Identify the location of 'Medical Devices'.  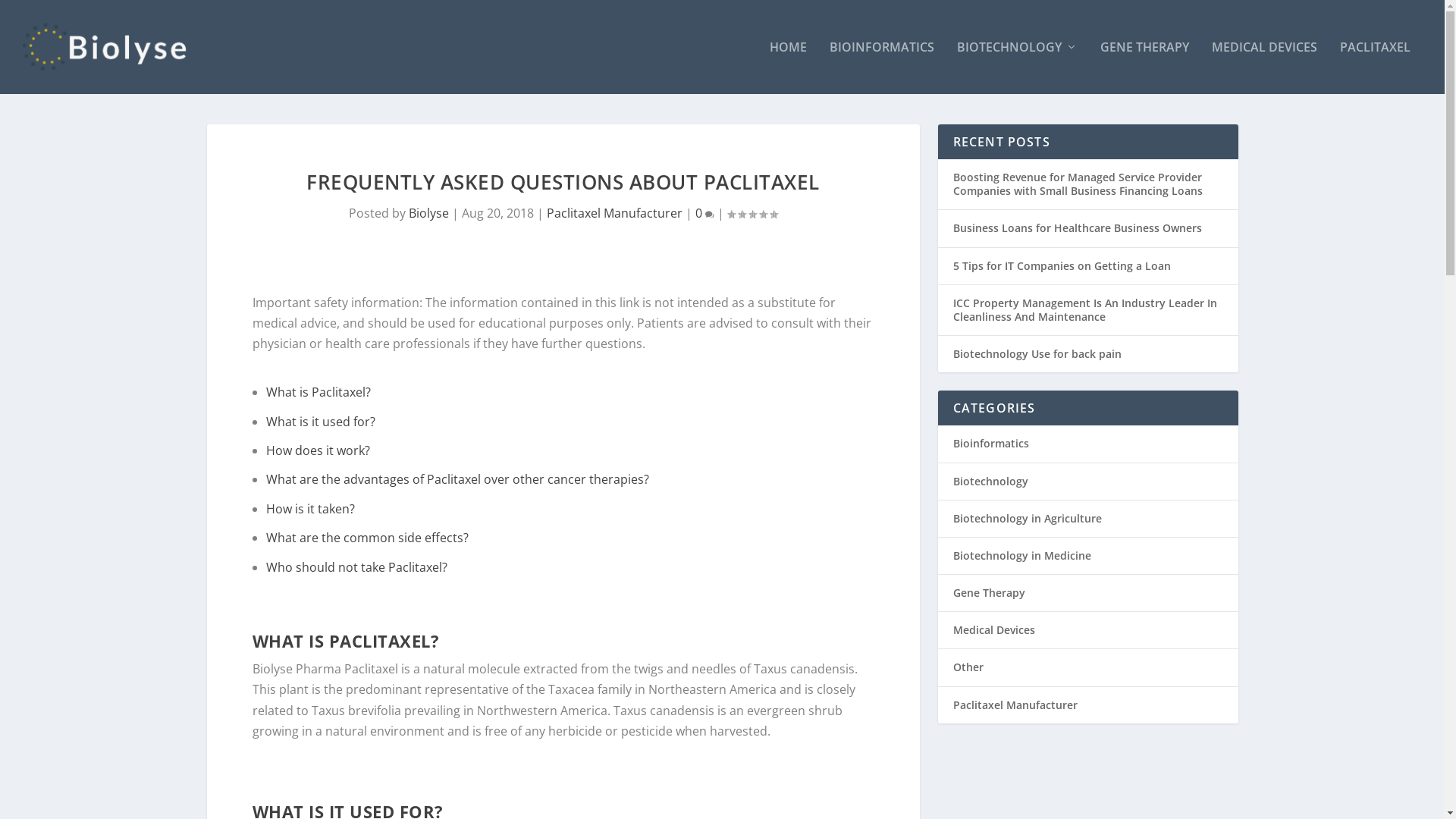
(993, 629).